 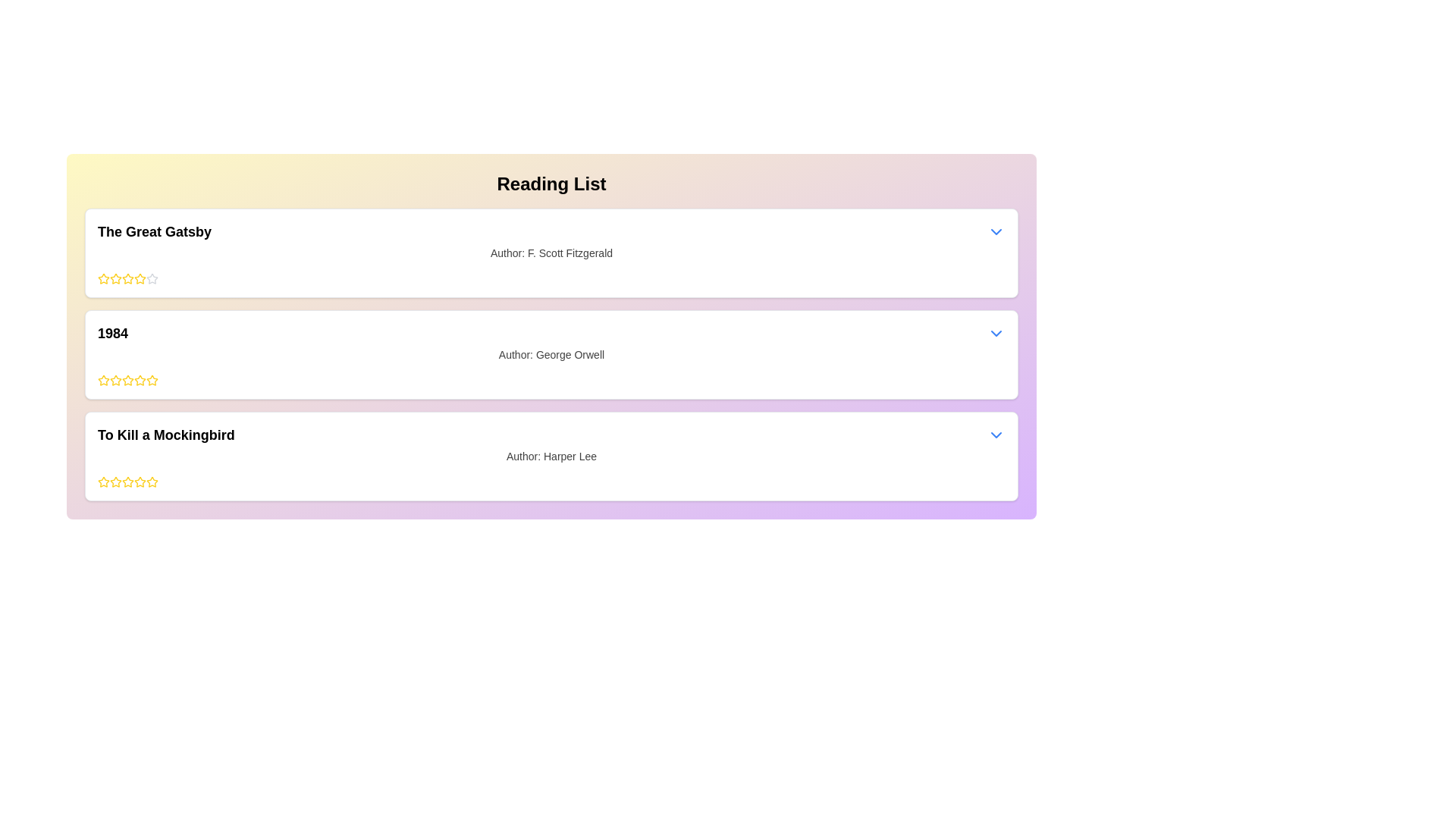 I want to click on the first yellow star icon representing the rating for the book 'To Kill a Mockingbird', so click(x=103, y=482).